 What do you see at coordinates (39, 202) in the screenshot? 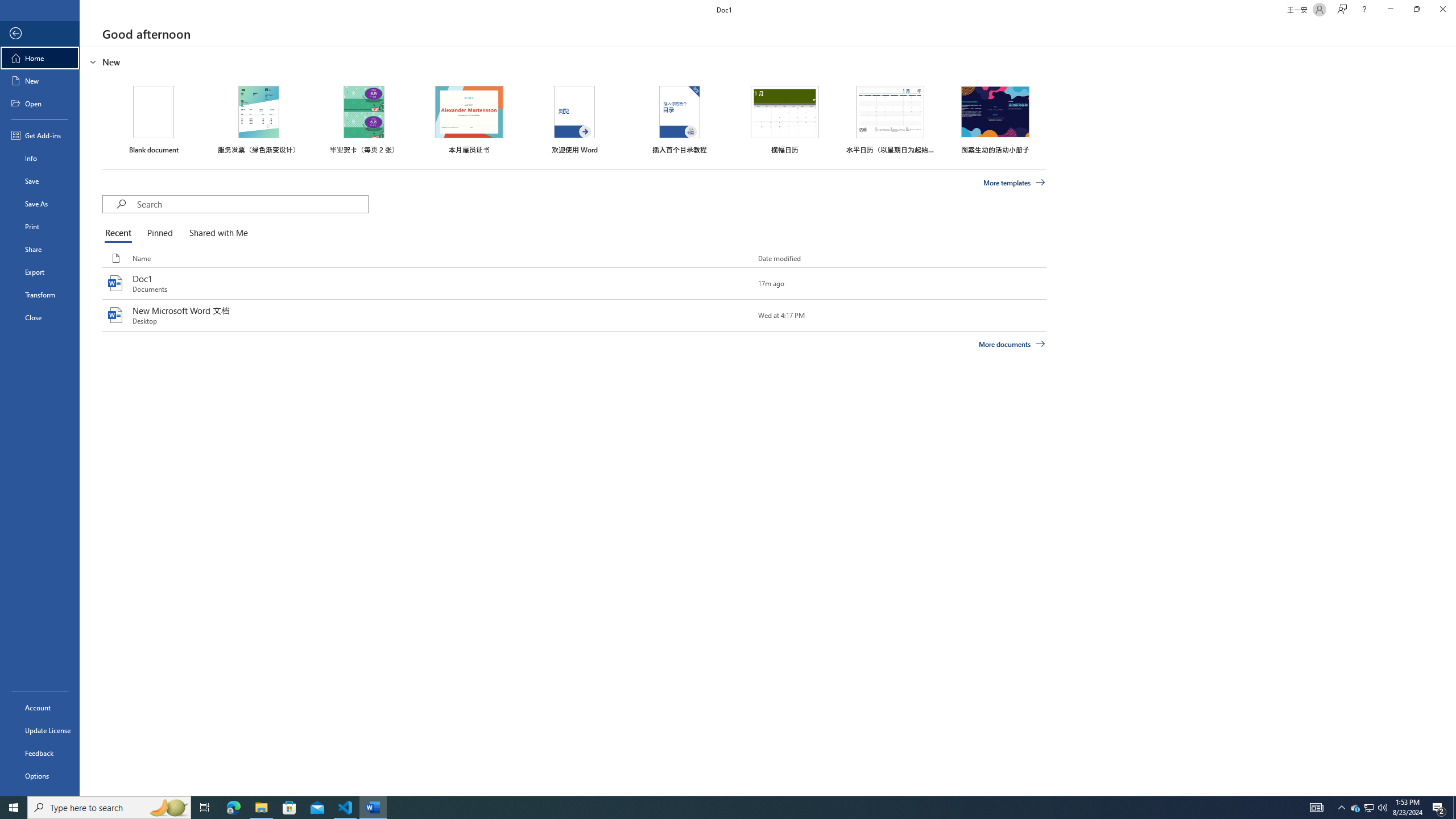
I see `'Save As'` at bounding box center [39, 202].